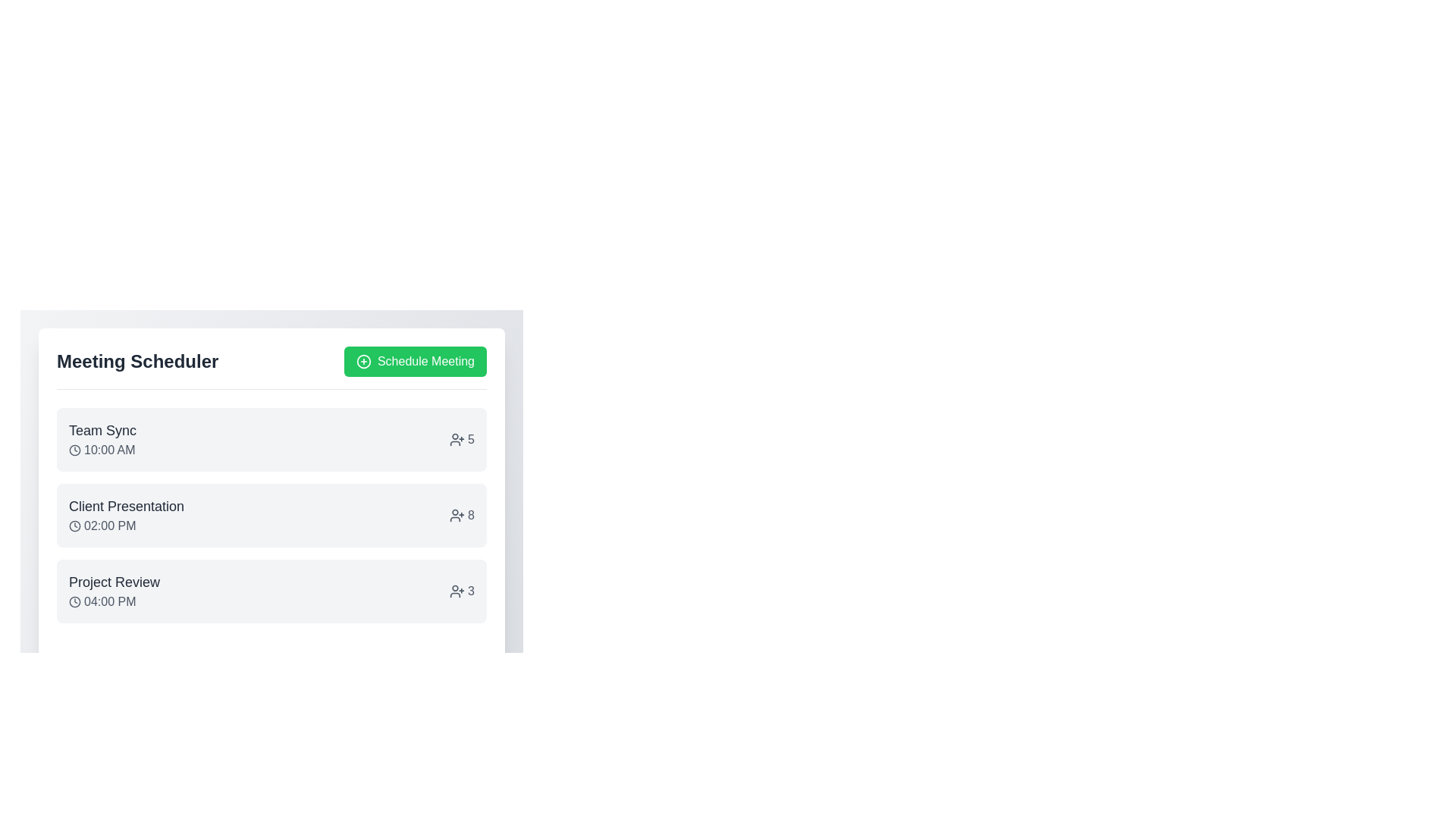 The image size is (1456, 819). Describe the element at coordinates (102, 439) in the screenshot. I see `meeting title 'Team Sync' and time '10:00 AM' displayed on the TextLabel located in the 'Meeting Scheduler' section` at that location.